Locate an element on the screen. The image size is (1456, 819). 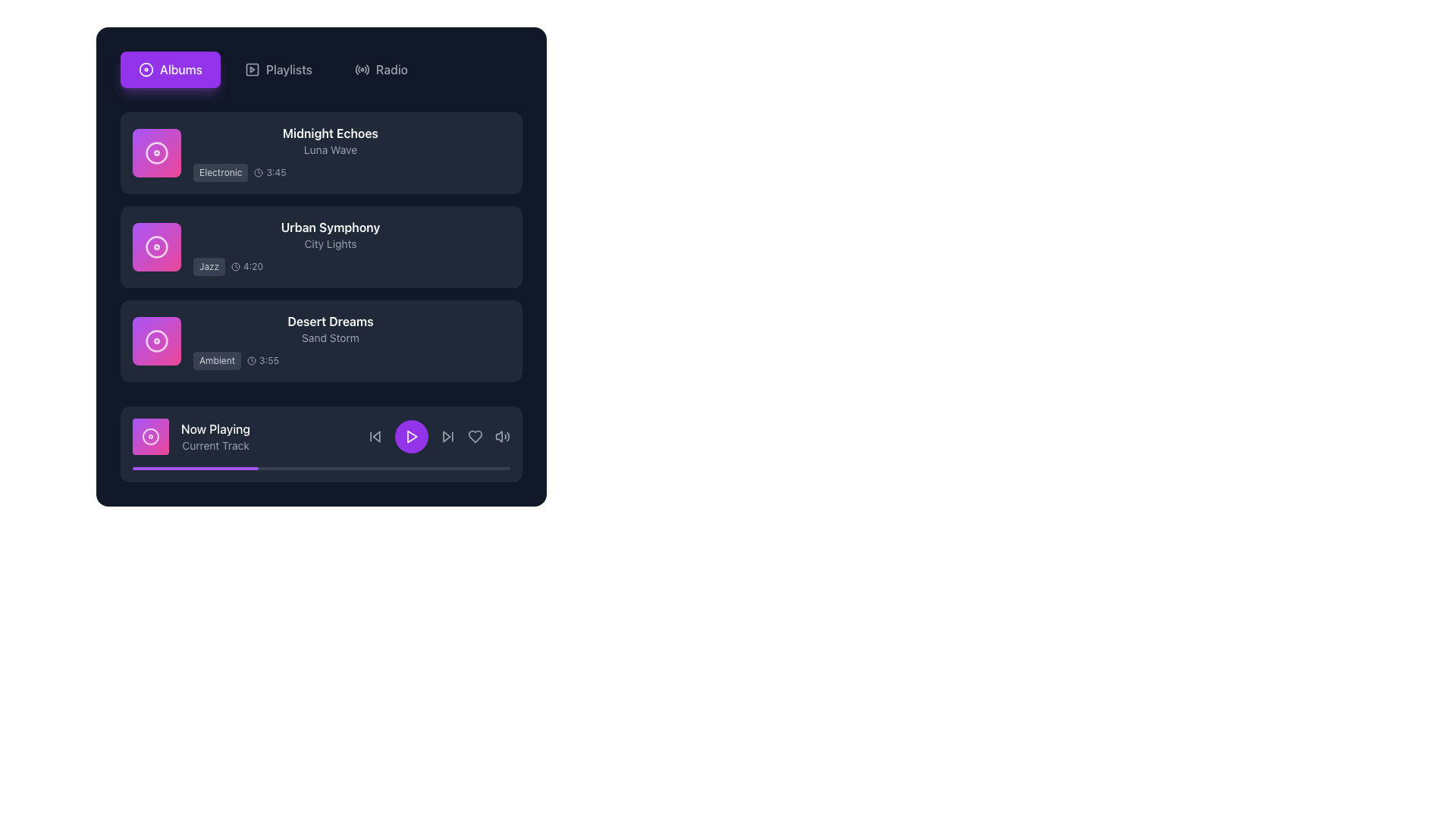
the 'previous' button represented as an SVG arrow located in the control bar at the bottom of the media playback interface to skip to the previous track is located at coordinates (376, 436).